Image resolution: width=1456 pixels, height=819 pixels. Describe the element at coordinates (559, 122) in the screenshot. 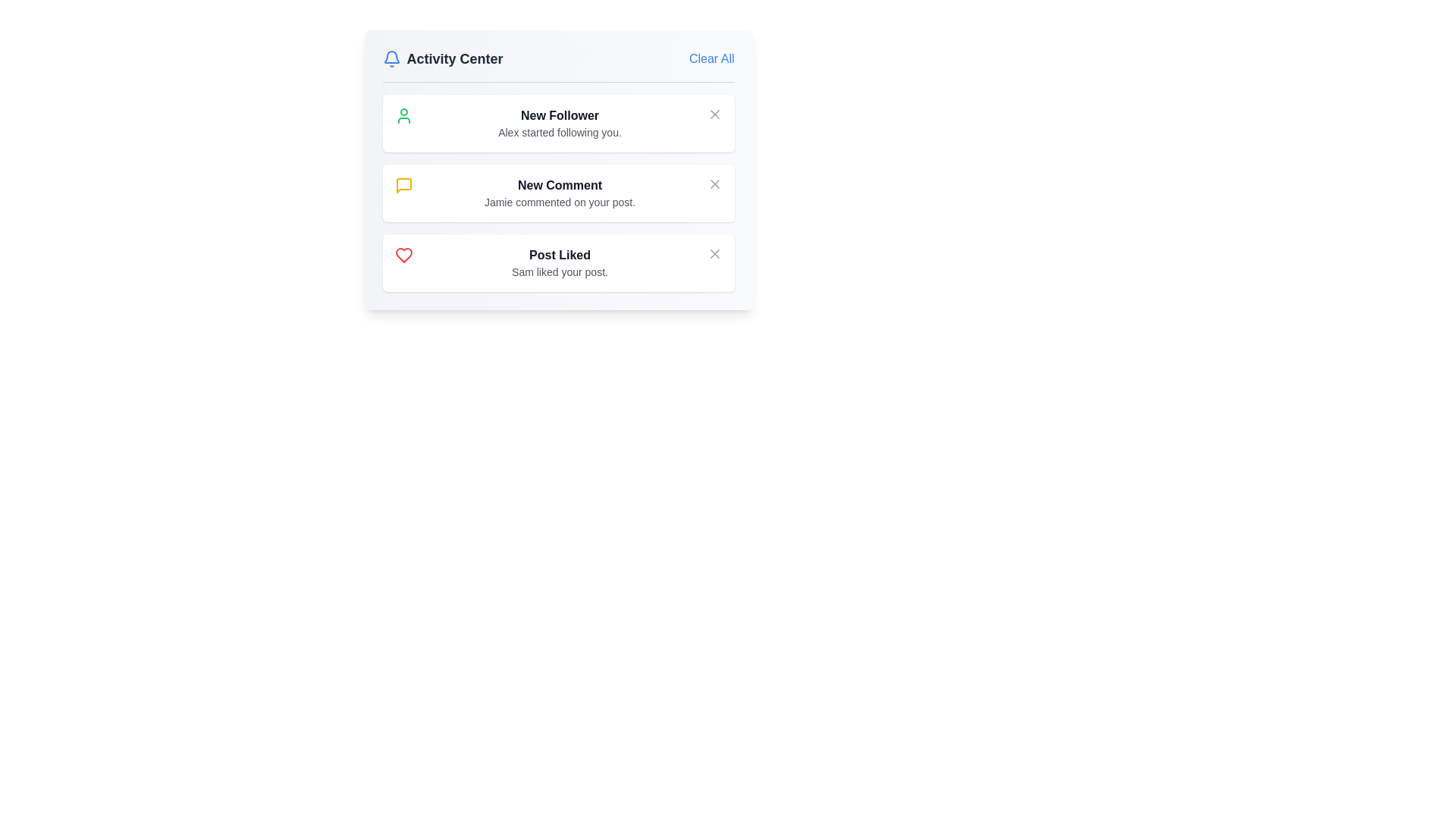

I see `the notification indicating that 'Alex' has started following the user, which is the topmost entry in the Activity Center notifications` at that location.